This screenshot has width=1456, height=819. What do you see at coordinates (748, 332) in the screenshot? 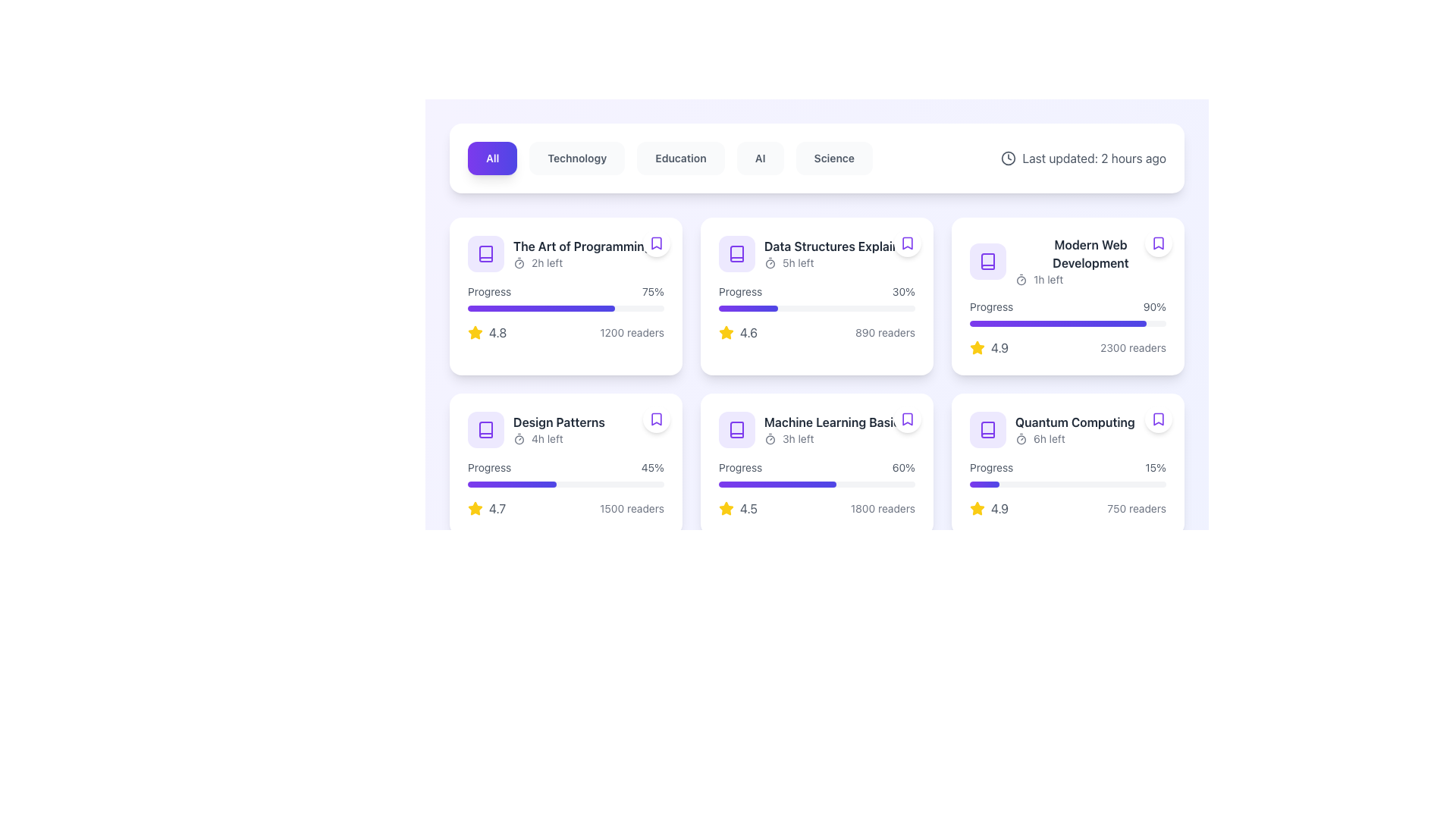
I see `the text label displaying the value '4.6', which is styled in gray and located to the right of a yellow star icon within the second card of the top row in a grid layout` at bounding box center [748, 332].